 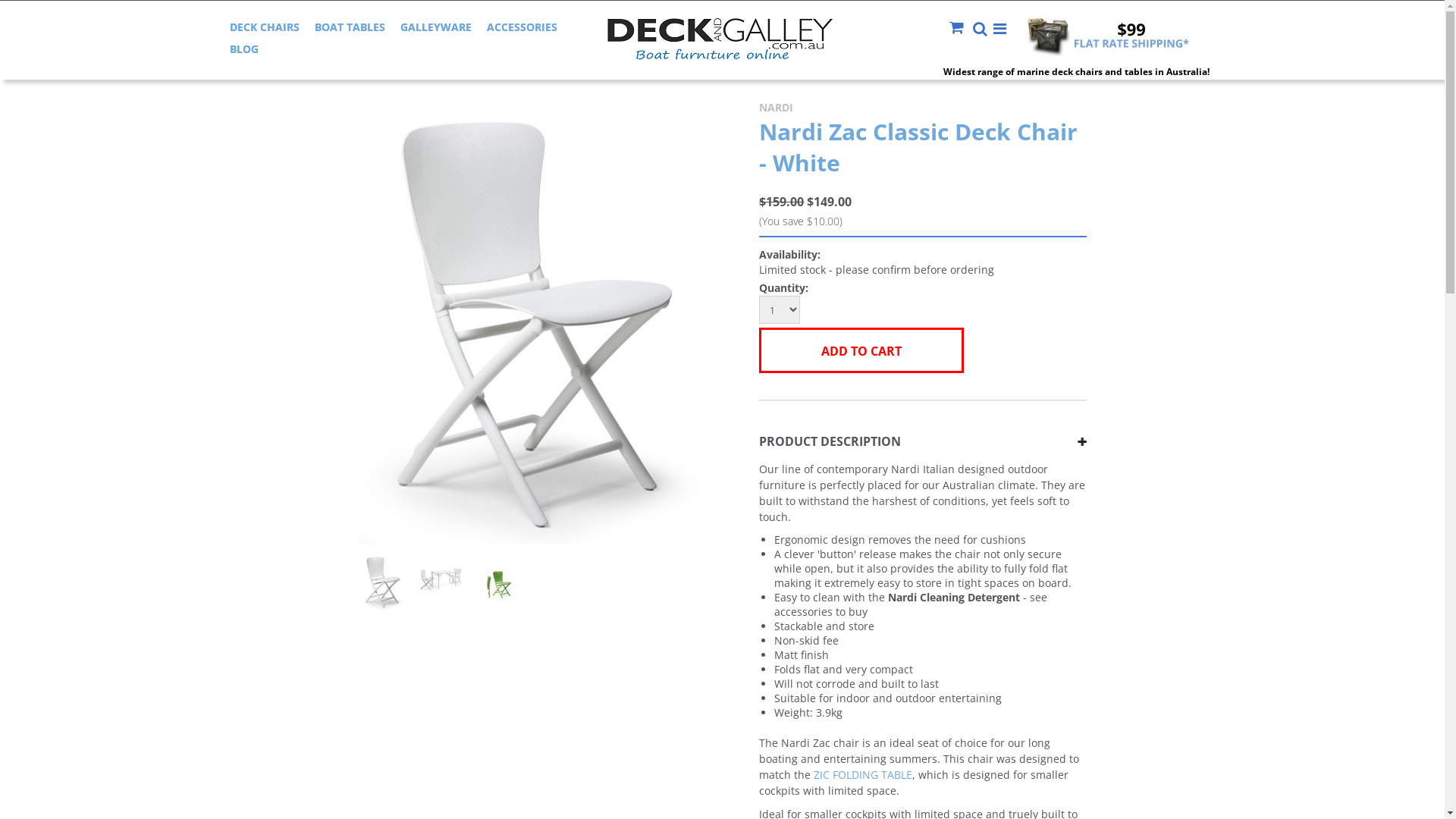 I want to click on 'NARDI', so click(x=759, y=106).